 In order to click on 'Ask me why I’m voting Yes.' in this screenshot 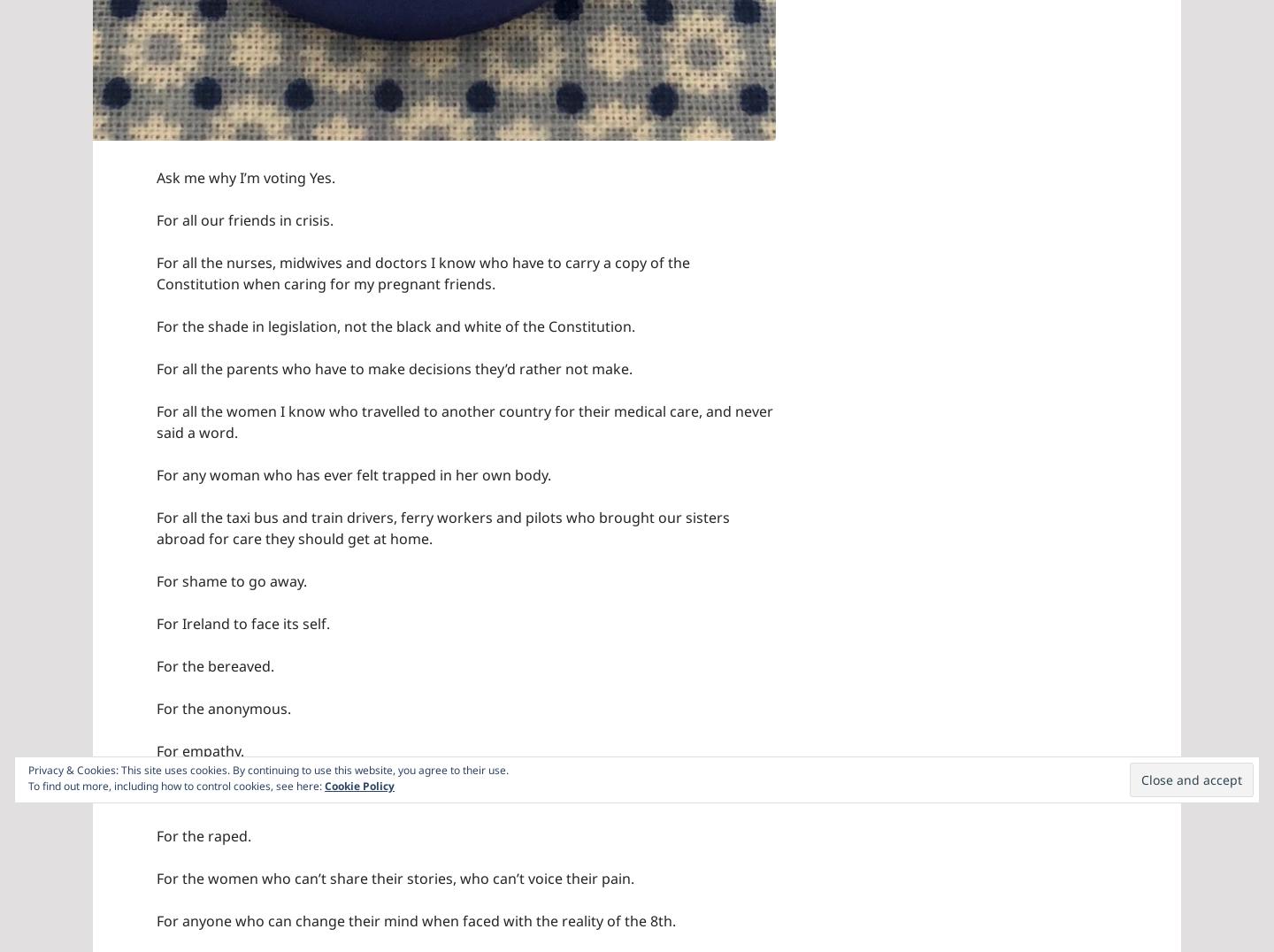, I will do `click(245, 176)`.